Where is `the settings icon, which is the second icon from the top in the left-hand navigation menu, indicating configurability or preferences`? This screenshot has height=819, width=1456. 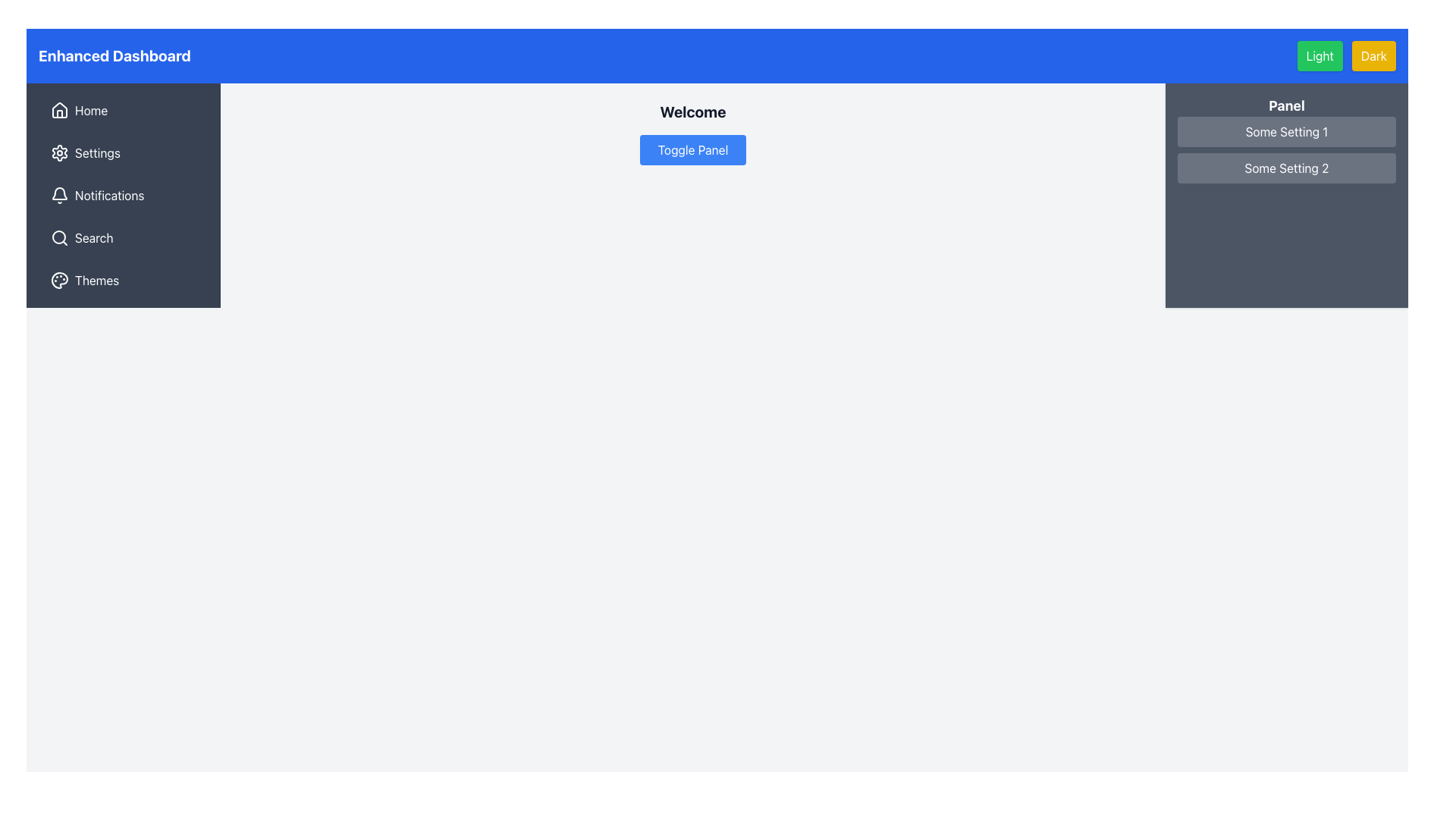 the settings icon, which is the second icon from the top in the left-hand navigation menu, indicating configurability or preferences is located at coordinates (59, 152).